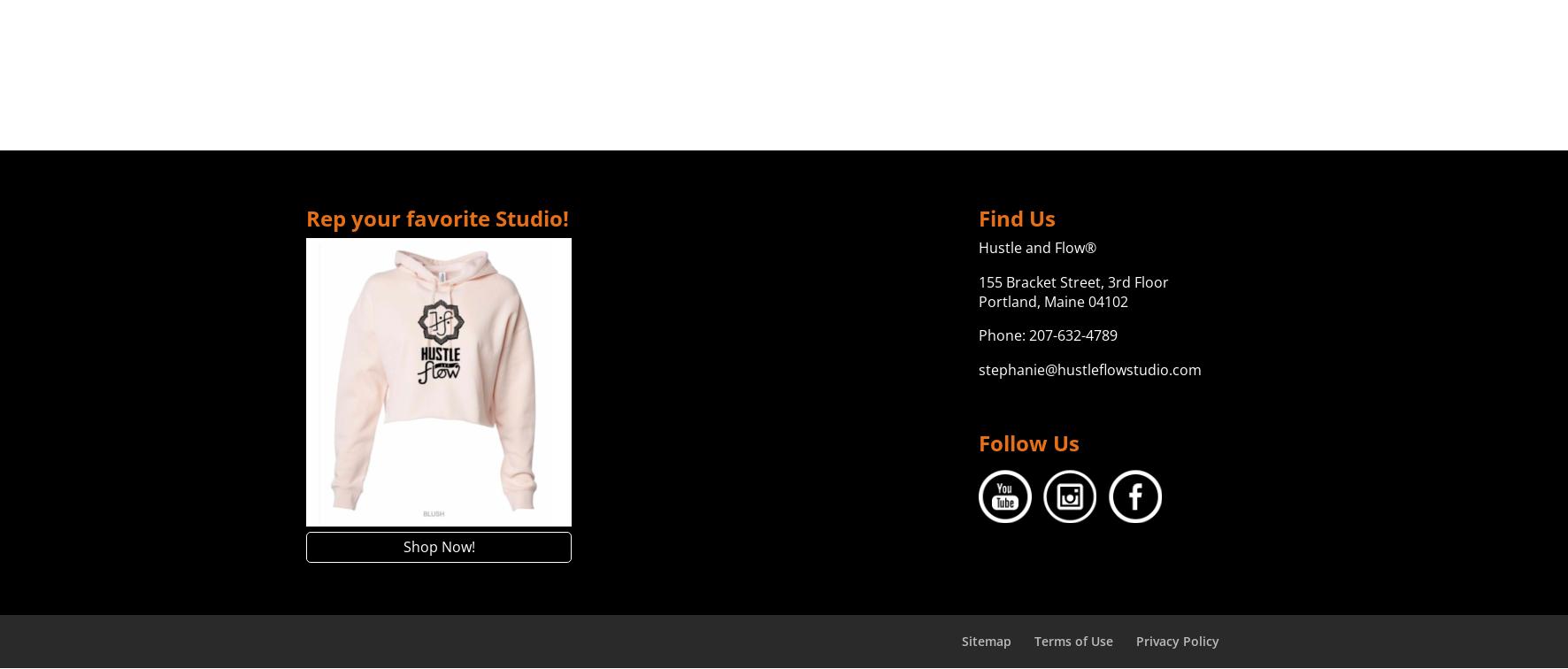 This screenshot has width=1568, height=669. What do you see at coordinates (436, 218) in the screenshot?
I see `'Rep your favorite Studio!'` at bounding box center [436, 218].